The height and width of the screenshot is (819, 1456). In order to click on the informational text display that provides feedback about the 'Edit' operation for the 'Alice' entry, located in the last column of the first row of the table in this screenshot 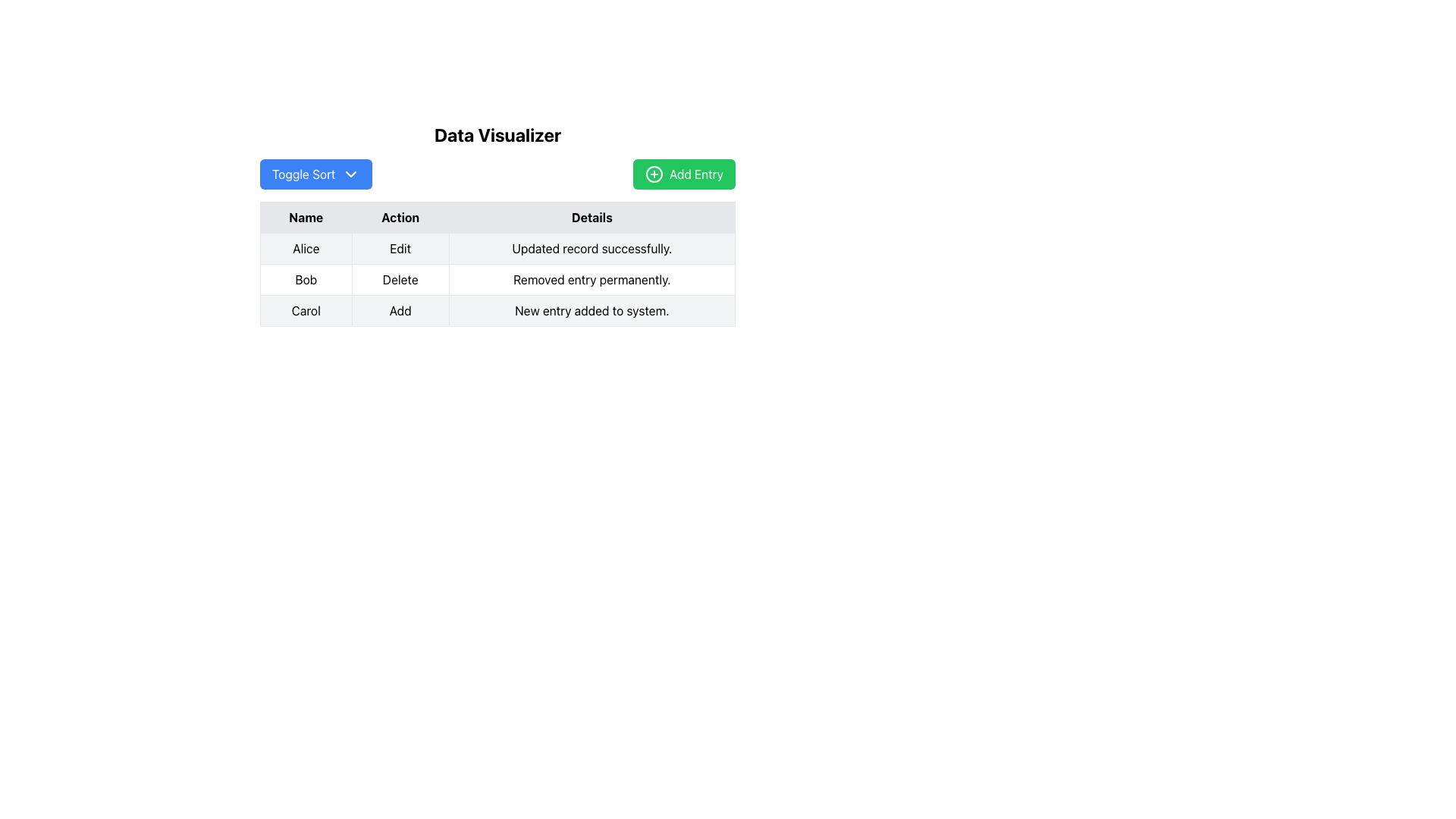, I will do `click(591, 247)`.